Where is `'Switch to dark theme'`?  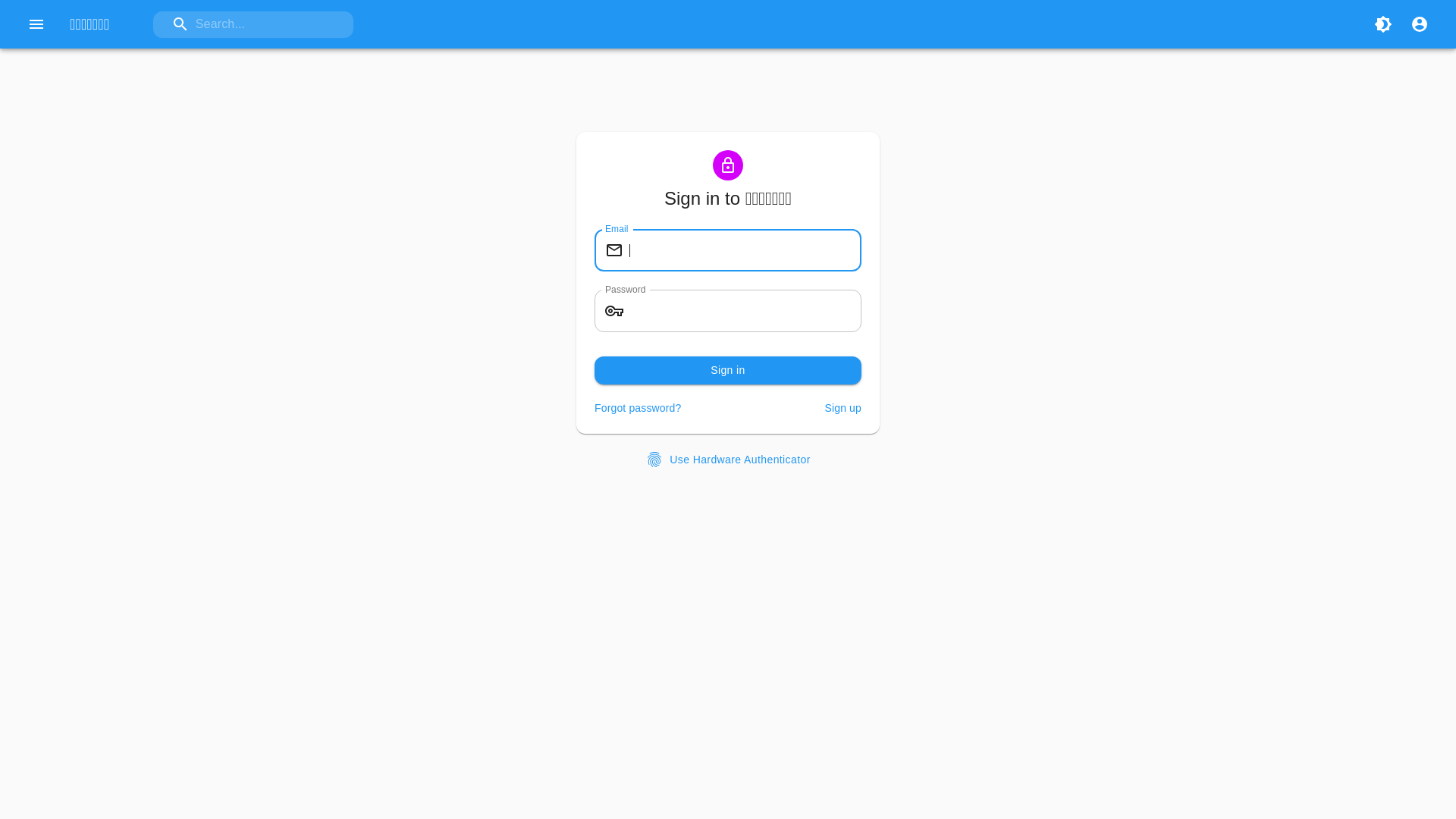
'Switch to dark theme' is located at coordinates (1383, 24).